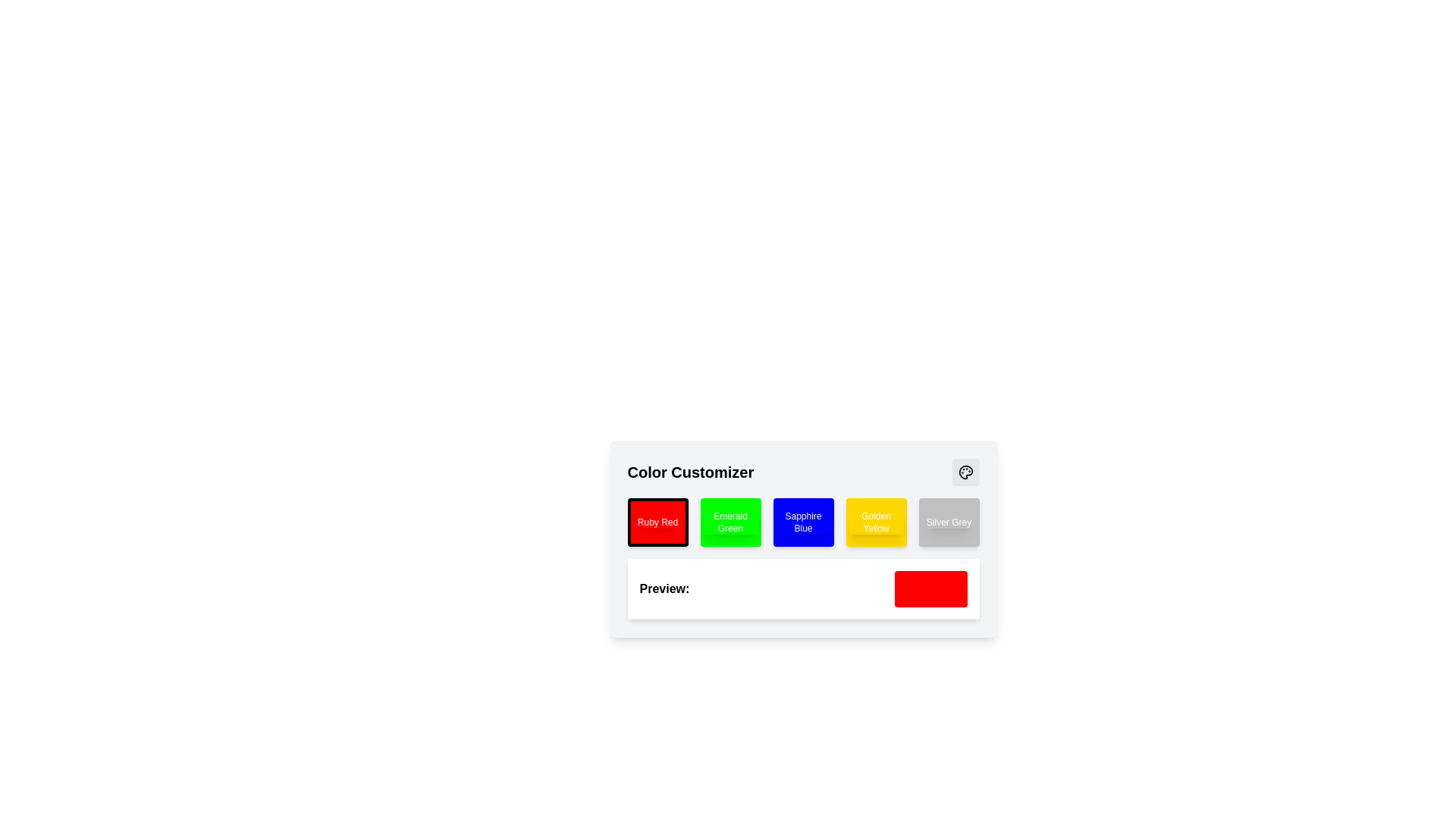  What do you see at coordinates (948, 522) in the screenshot?
I see `the 'Silver Grey' button, which is the last button in a row of color selection buttons, to observe the hover effect` at bounding box center [948, 522].